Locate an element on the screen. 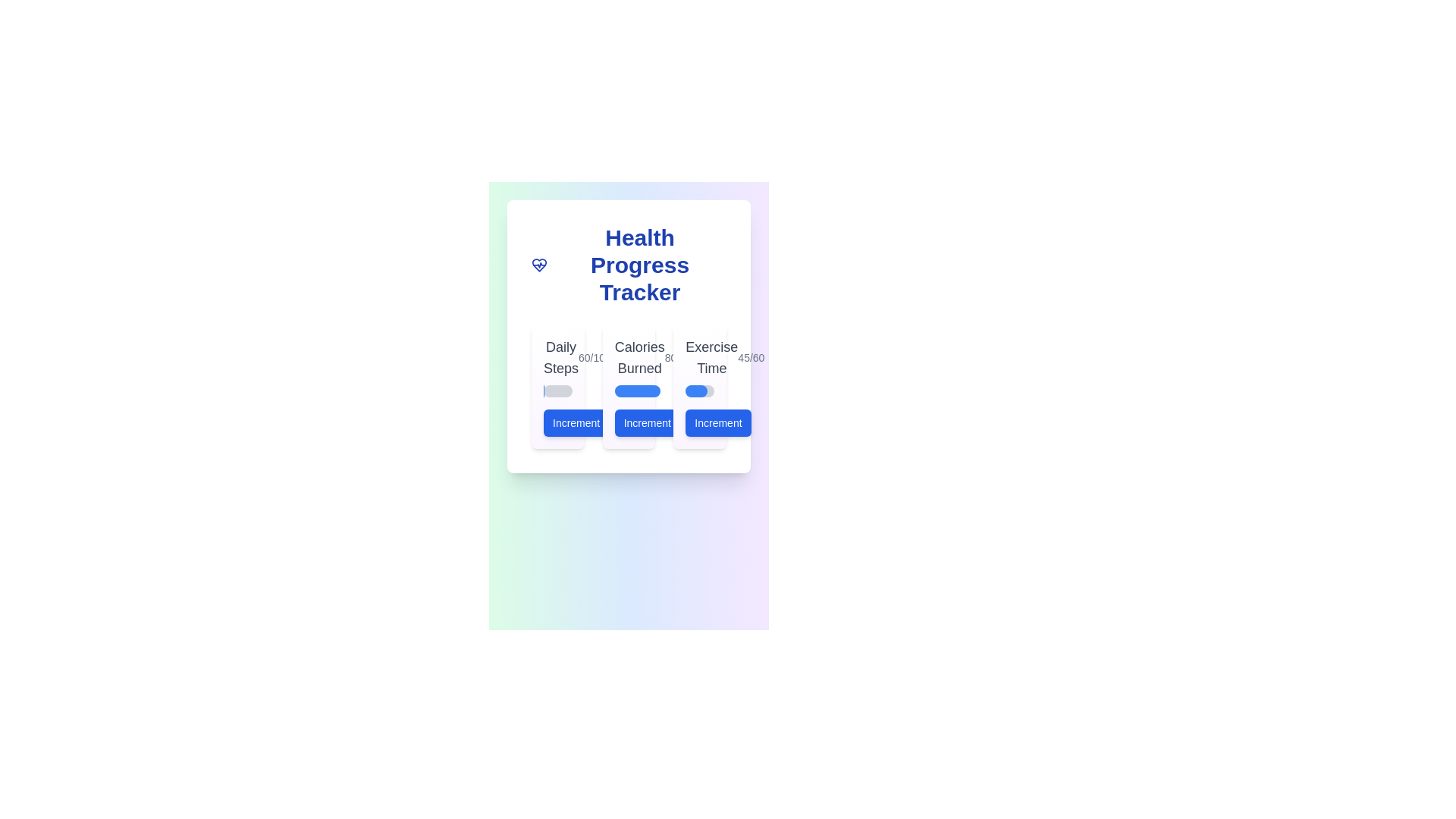 The width and height of the screenshot is (1456, 819). the leftmost button under the 'Daily Steps' section to increment the value of the Daily Steps tracker is located at coordinates (575, 423).